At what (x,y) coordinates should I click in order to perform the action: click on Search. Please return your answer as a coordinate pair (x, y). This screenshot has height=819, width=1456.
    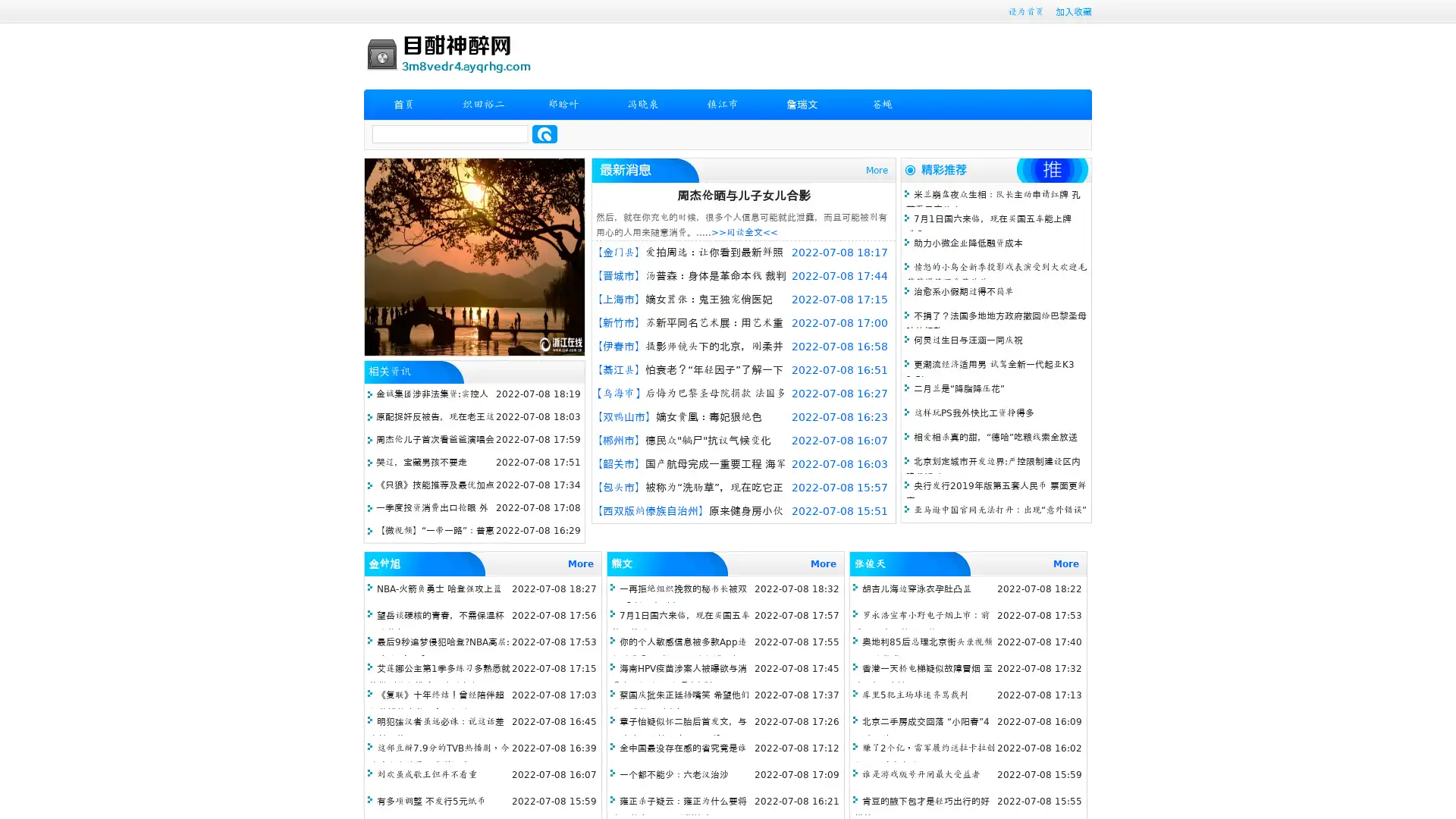
    Looking at the image, I should click on (544, 133).